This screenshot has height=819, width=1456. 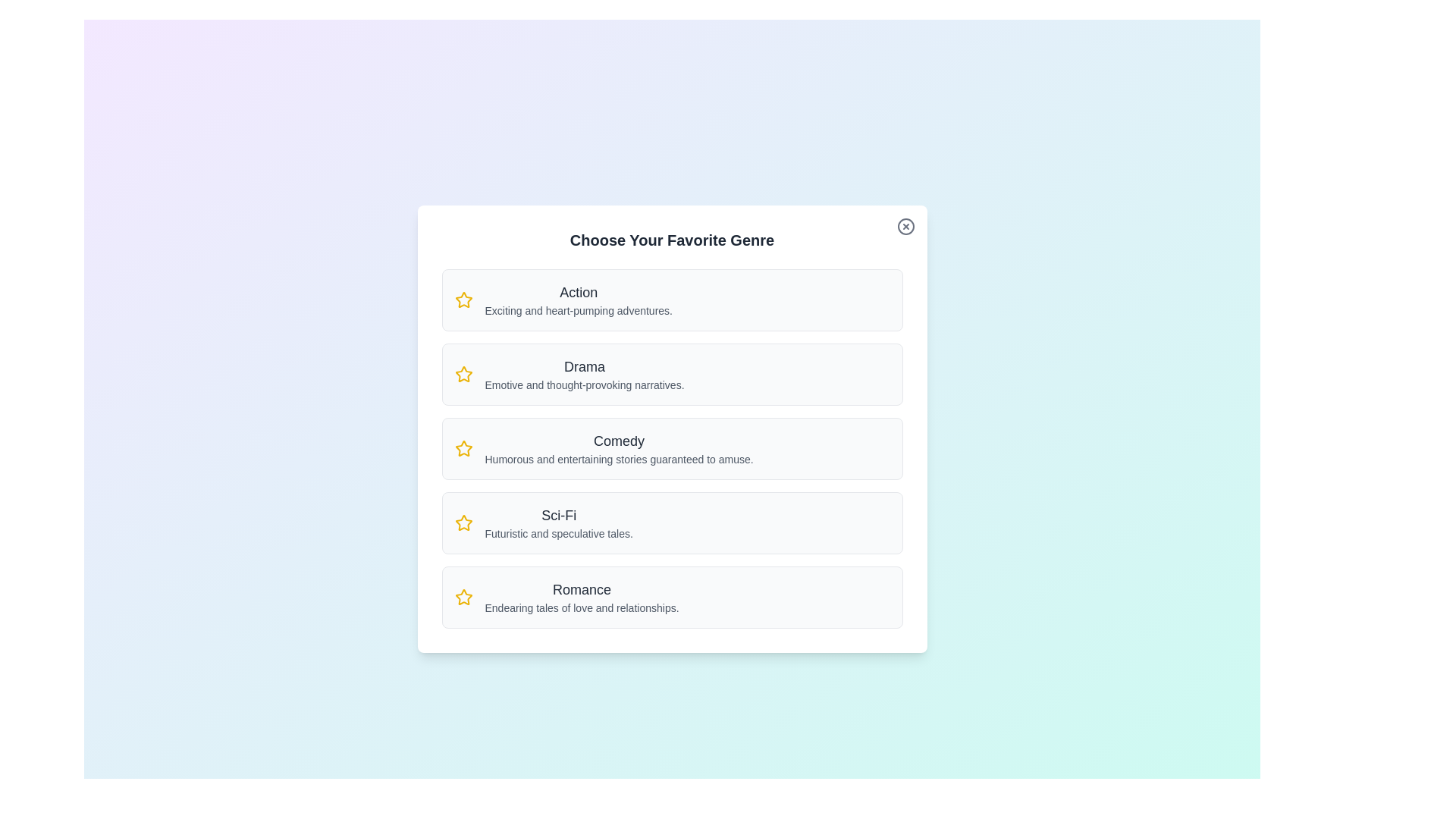 What do you see at coordinates (671, 596) in the screenshot?
I see `the card corresponding to the genre Romance` at bounding box center [671, 596].